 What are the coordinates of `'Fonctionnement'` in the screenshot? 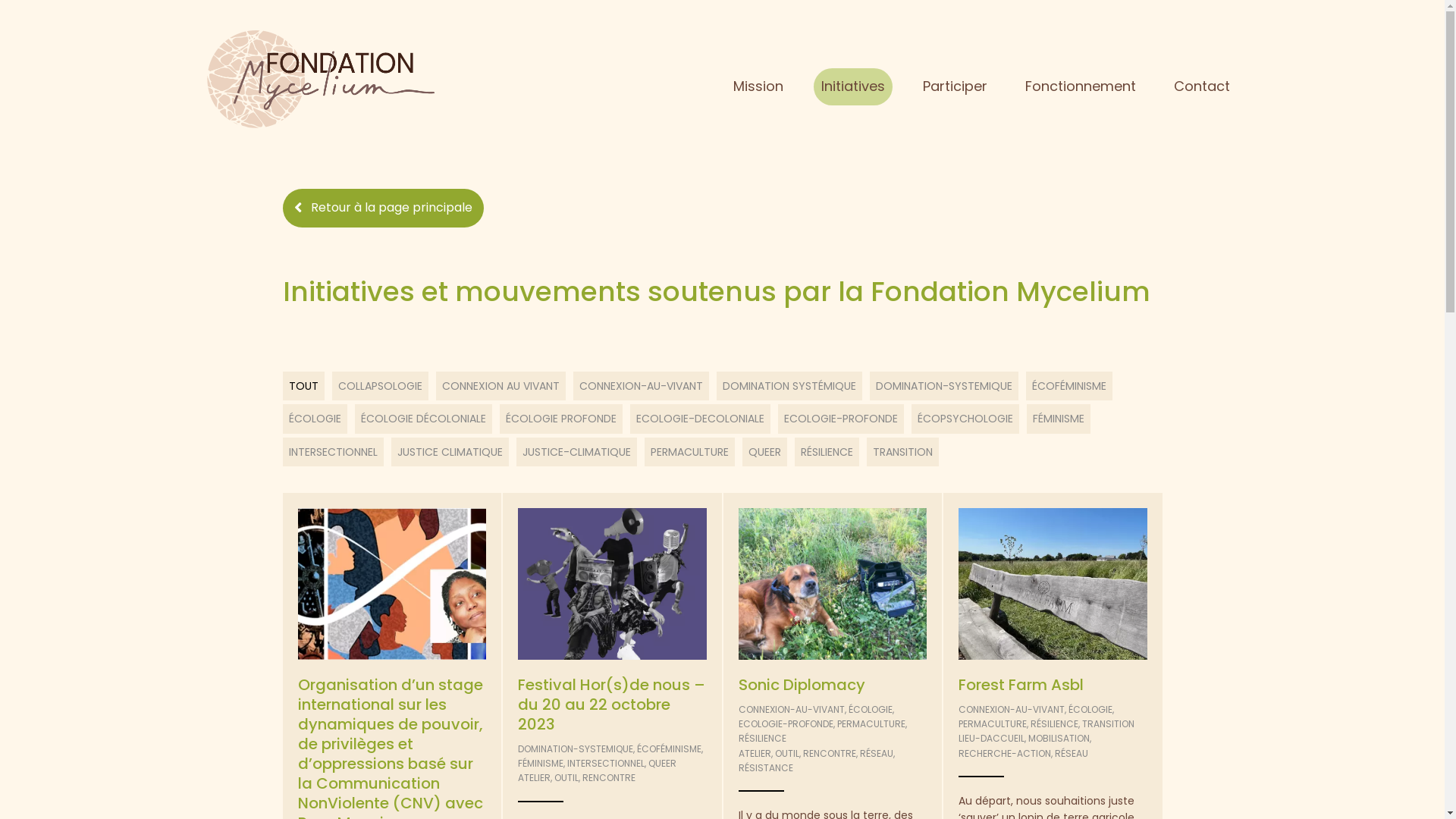 It's located at (1080, 86).